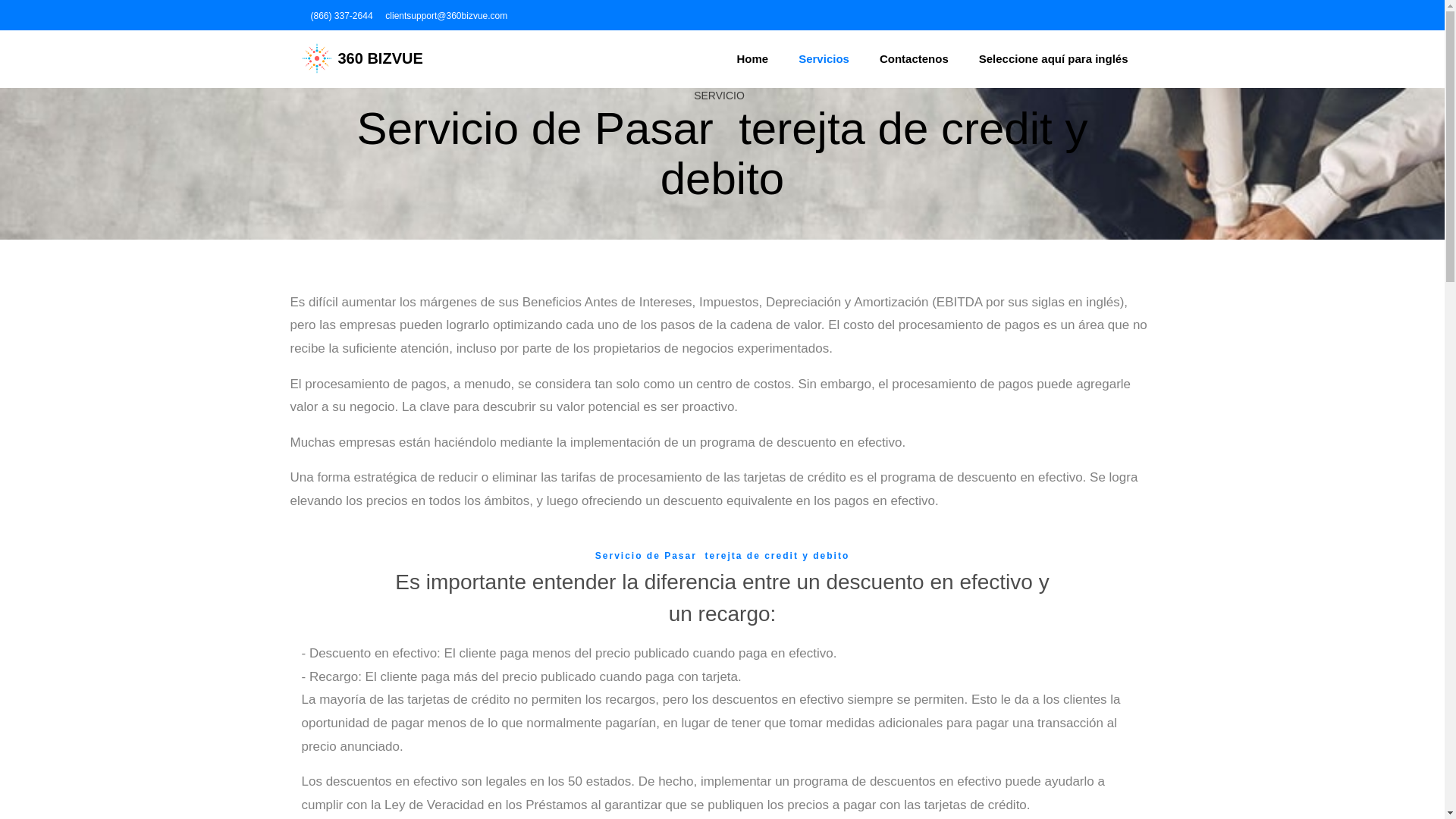  Describe the element at coordinates (307, 15) in the screenshot. I see `'(866) 337-2644'` at that location.